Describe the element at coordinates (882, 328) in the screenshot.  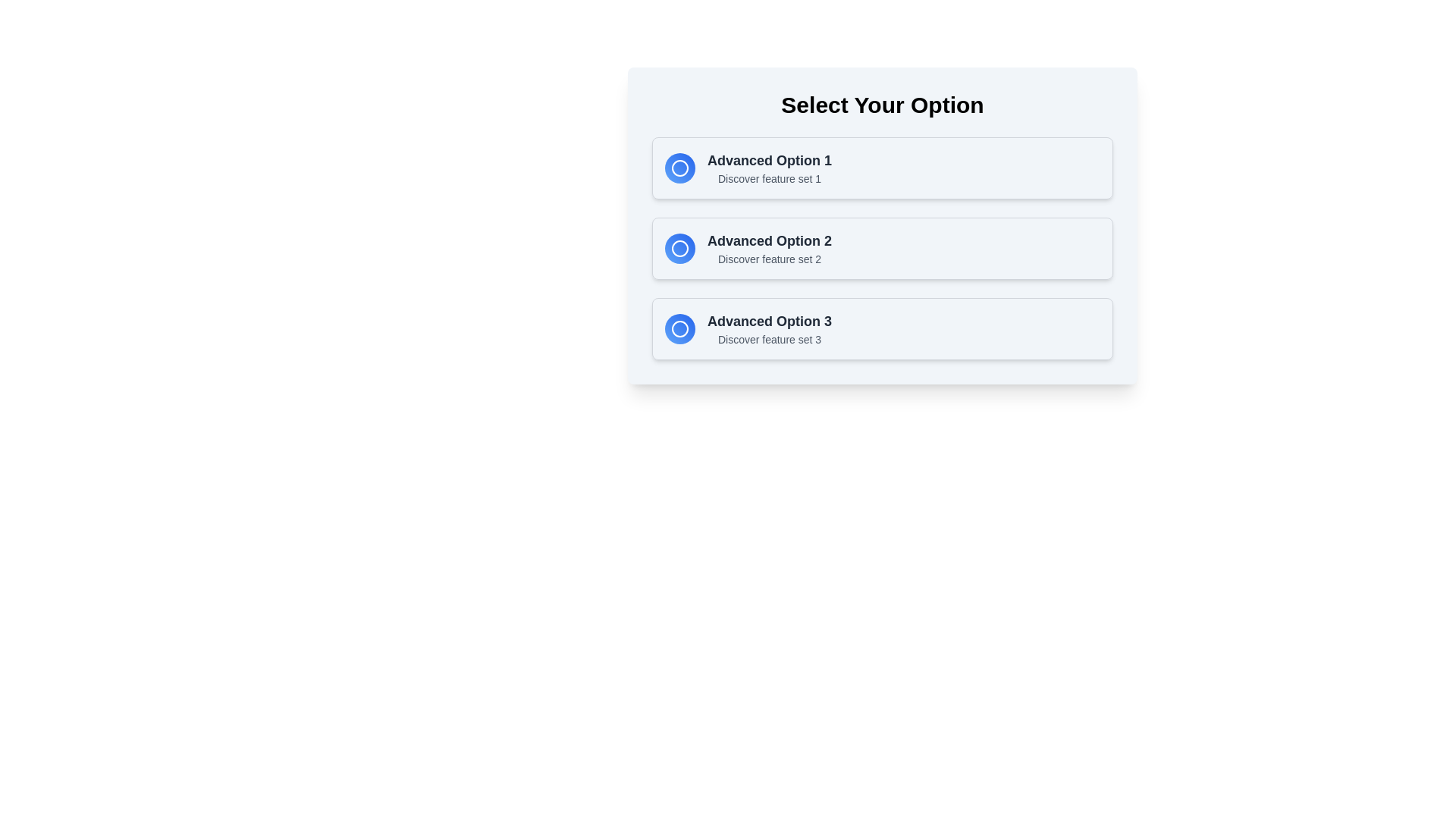
I see `the 'Advanced Option 3' selectable card, which is the third card in a vertical list` at that location.